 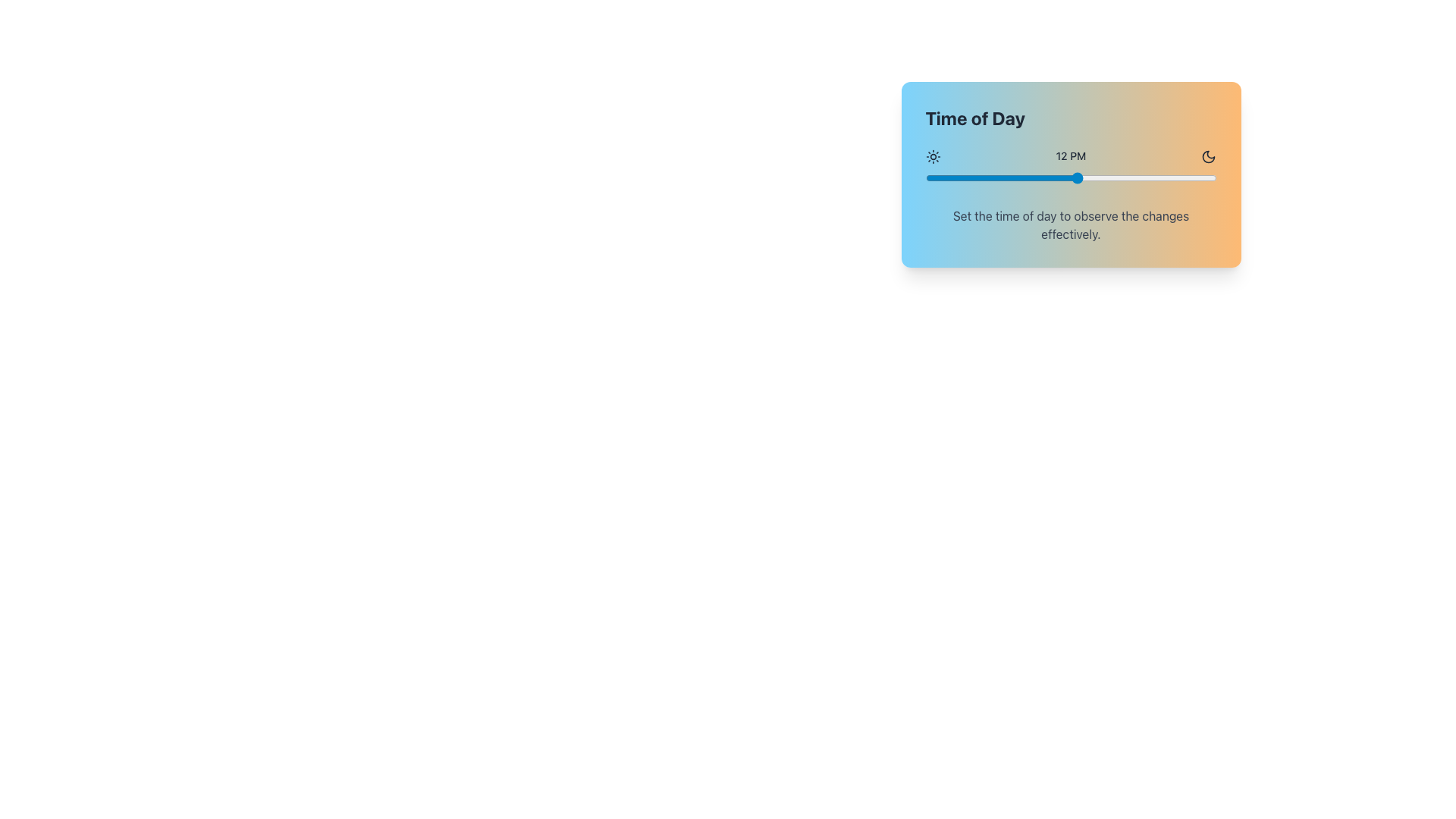 What do you see at coordinates (1070, 225) in the screenshot?
I see `the text block that displays the message 'Set the time of day to observe the changes effectively.' This text is styled in gray and is located at the bottom of a card UI component` at bounding box center [1070, 225].